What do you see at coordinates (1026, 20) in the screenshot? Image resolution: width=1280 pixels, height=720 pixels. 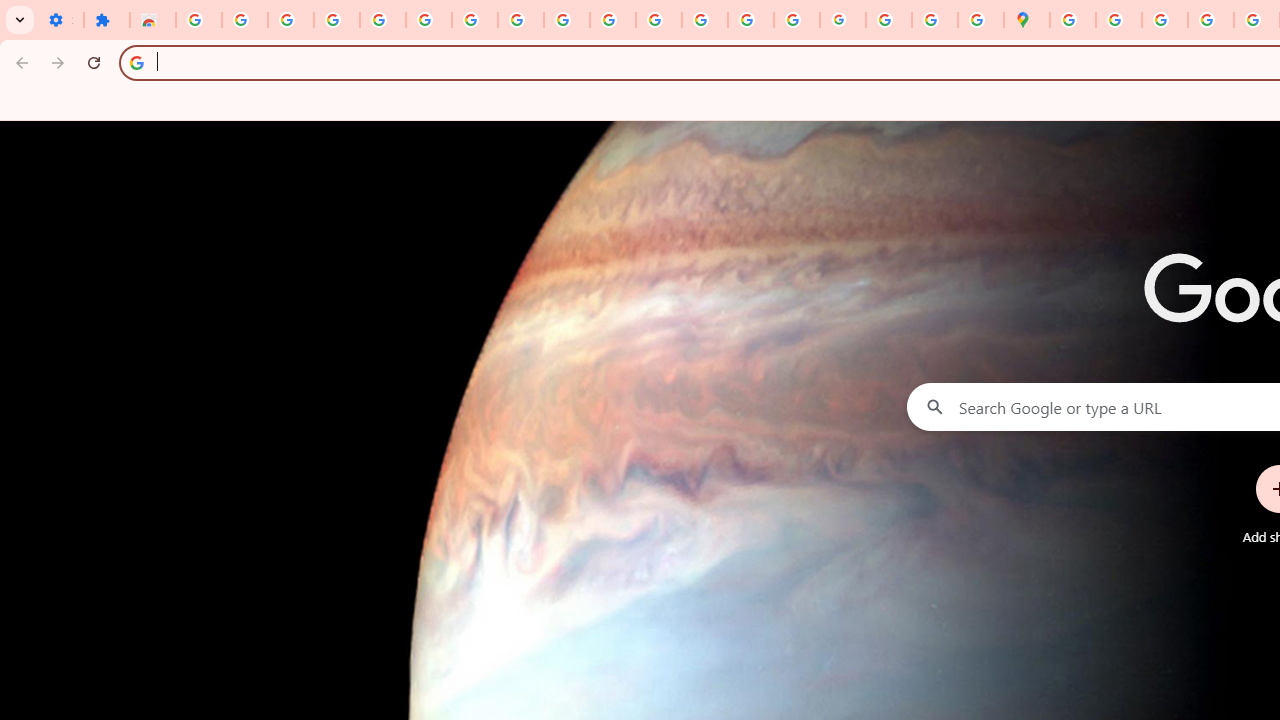 I see `'Google Maps'` at bounding box center [1026, 20].